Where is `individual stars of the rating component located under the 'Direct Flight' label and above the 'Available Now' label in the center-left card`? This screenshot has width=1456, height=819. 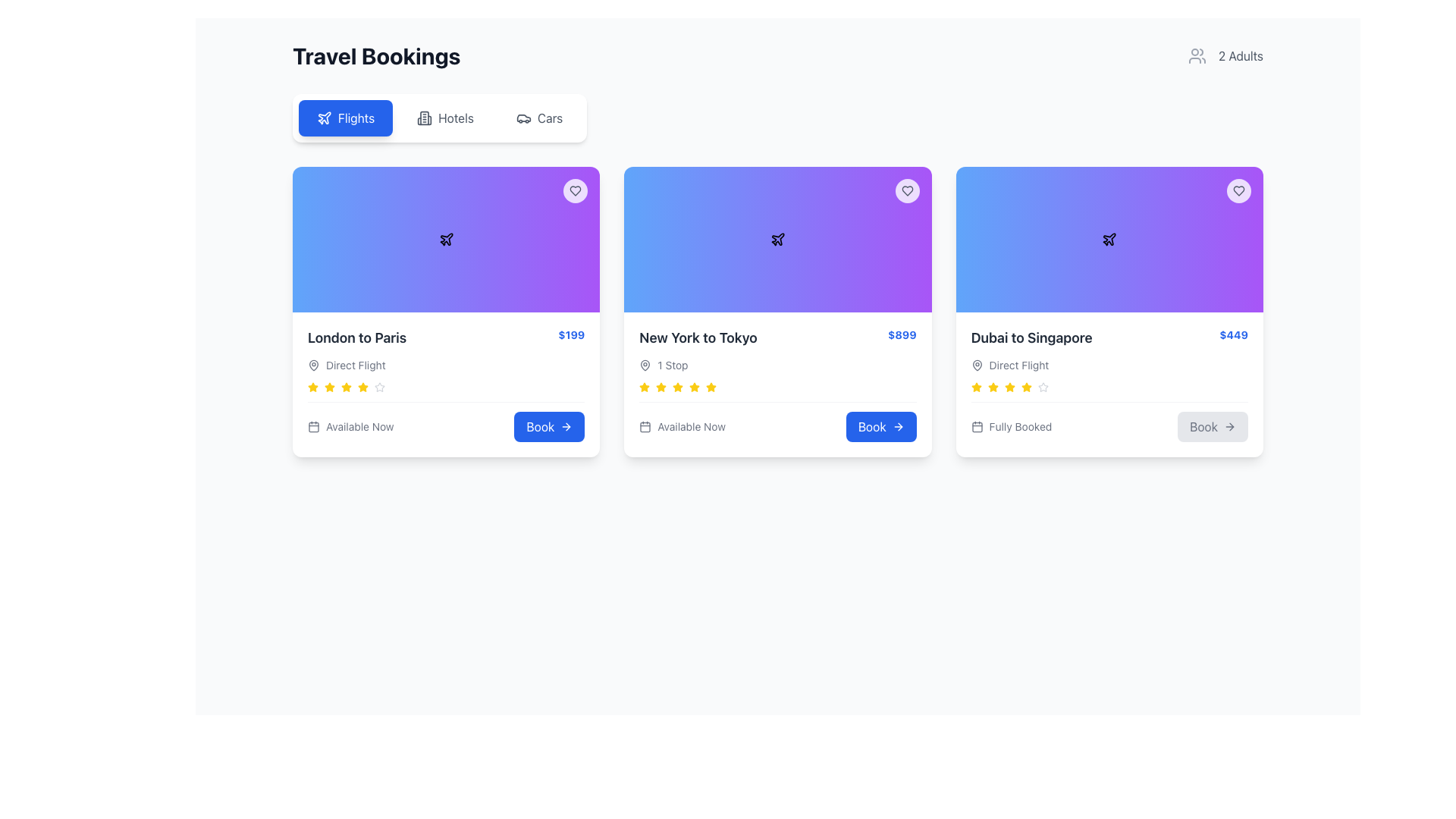
individual stars of the rating component located under the 'Direct Flight' label and above the 'Available Now' label in the center-left card is located at coordinates (445, 386).